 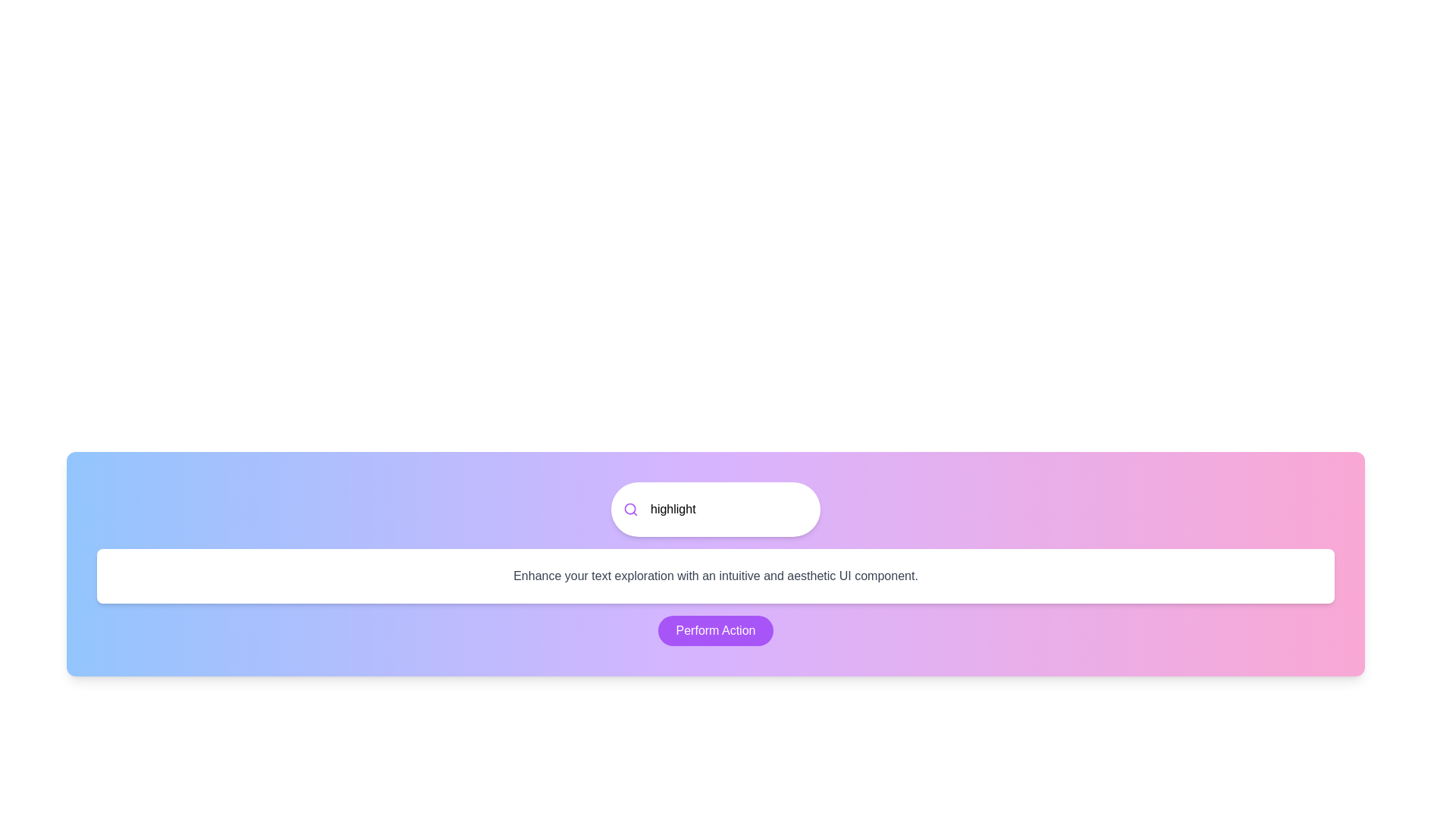 What do you see at coordinates (630, 509) in the screenshot?
I see `the Circle graphical element that is part of the search icon located within a purple-pink gradient band at the top of the interface` at bounding box center [630, 509].